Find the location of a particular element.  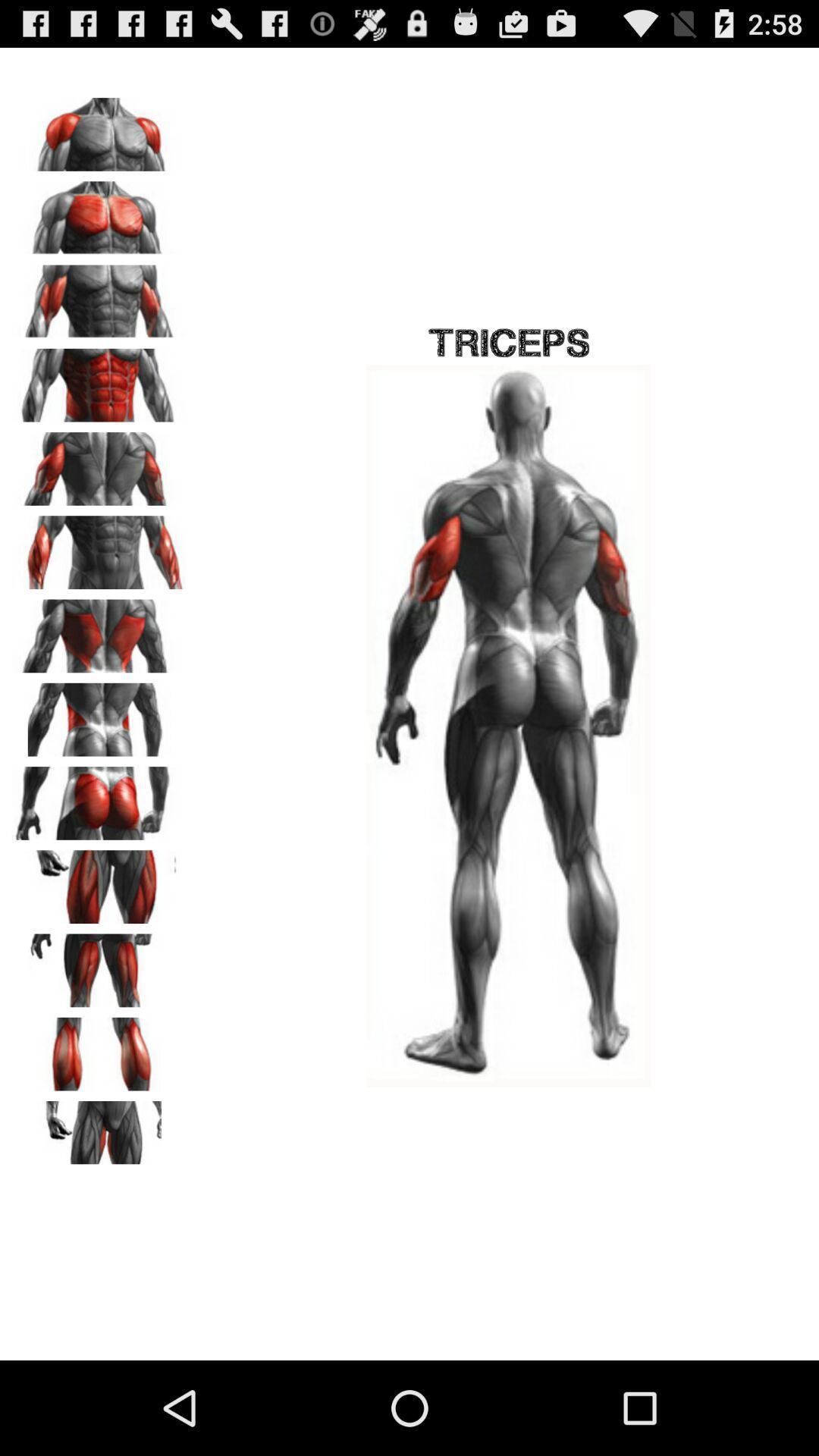

change photo is located at coordinates (99, 297).